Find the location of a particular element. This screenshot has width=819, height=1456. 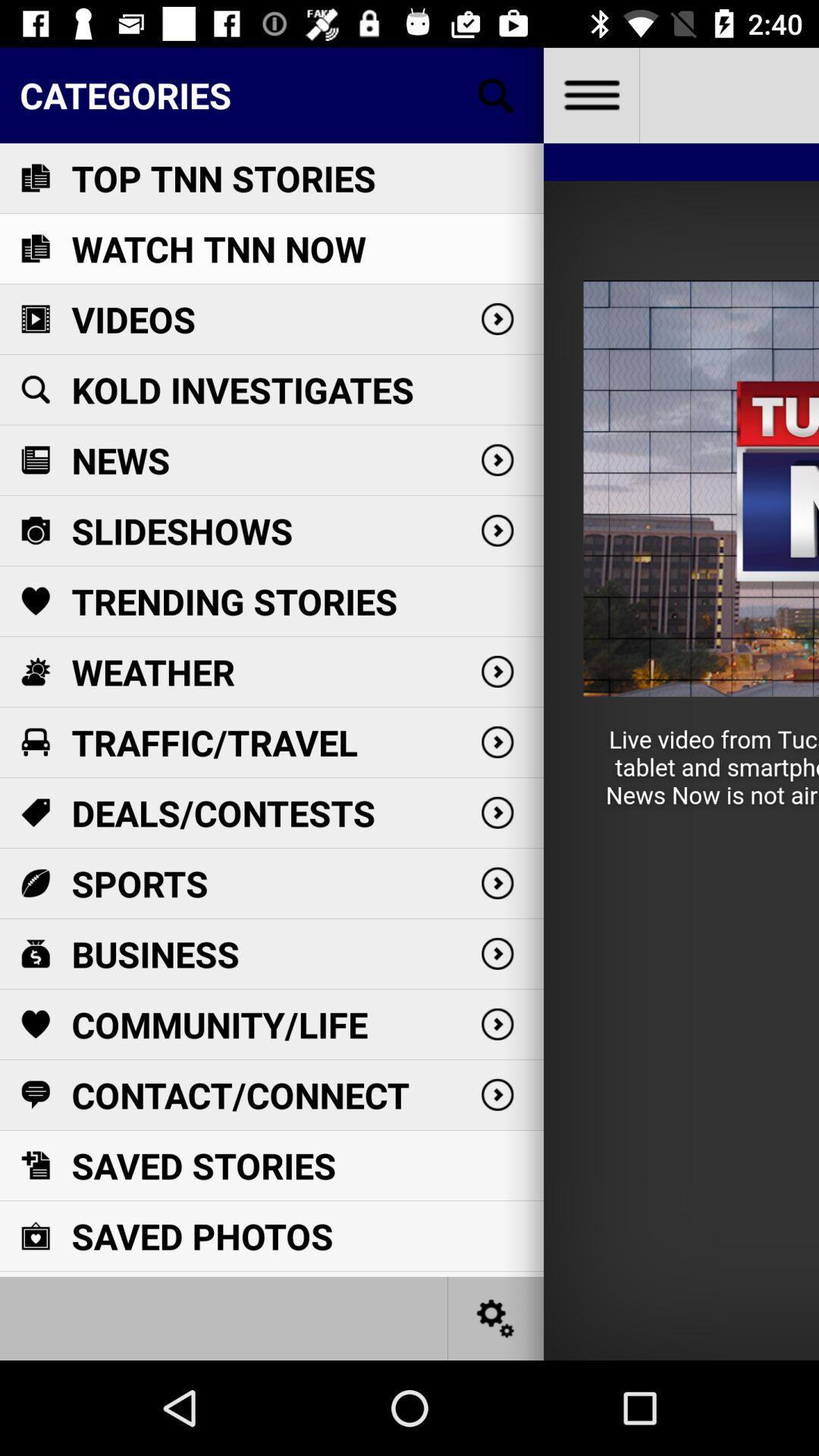

the saved photos icon is located at coordinates (34, 1236).